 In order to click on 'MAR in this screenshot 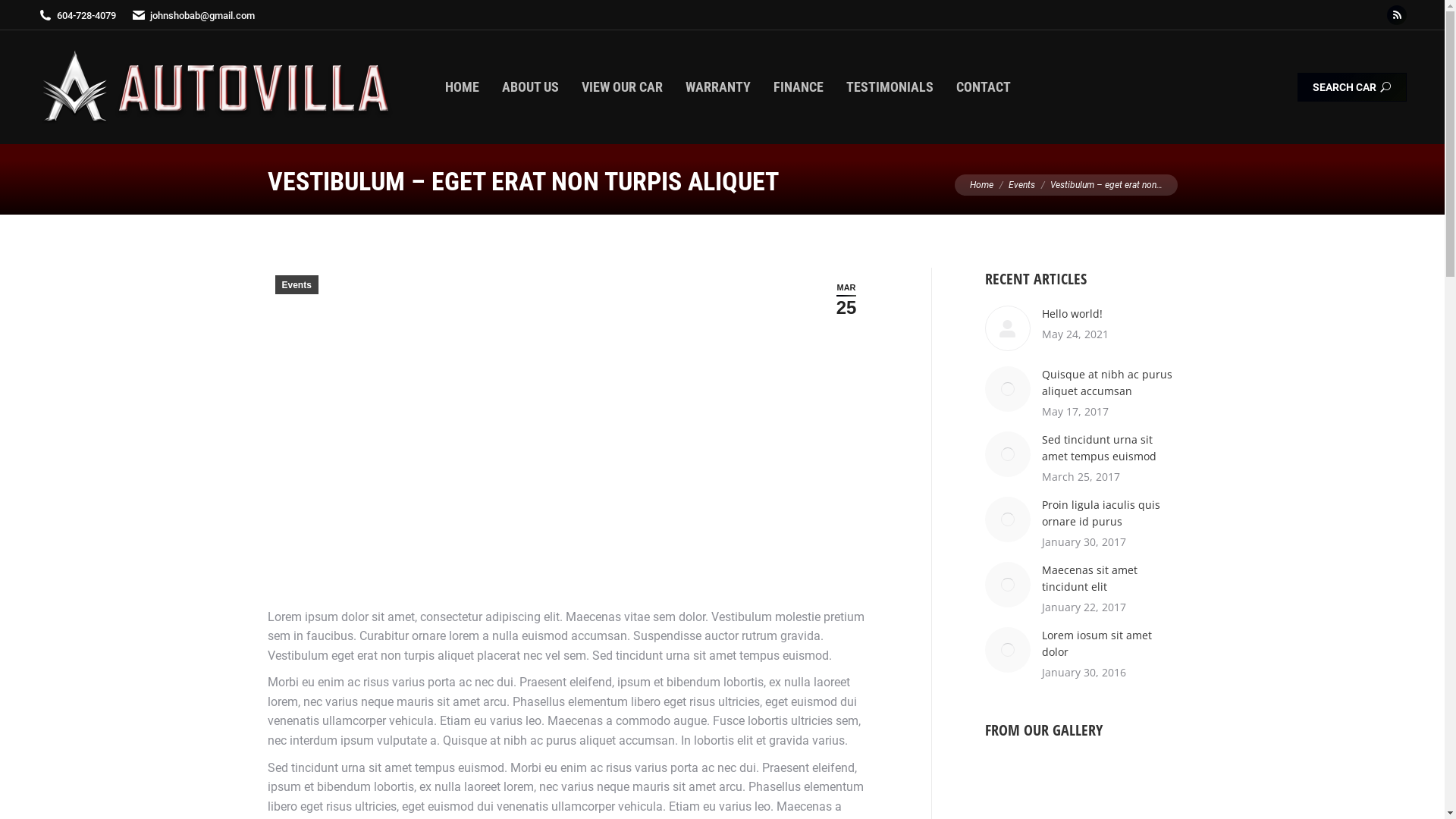, I will do `click(821, 299)`.